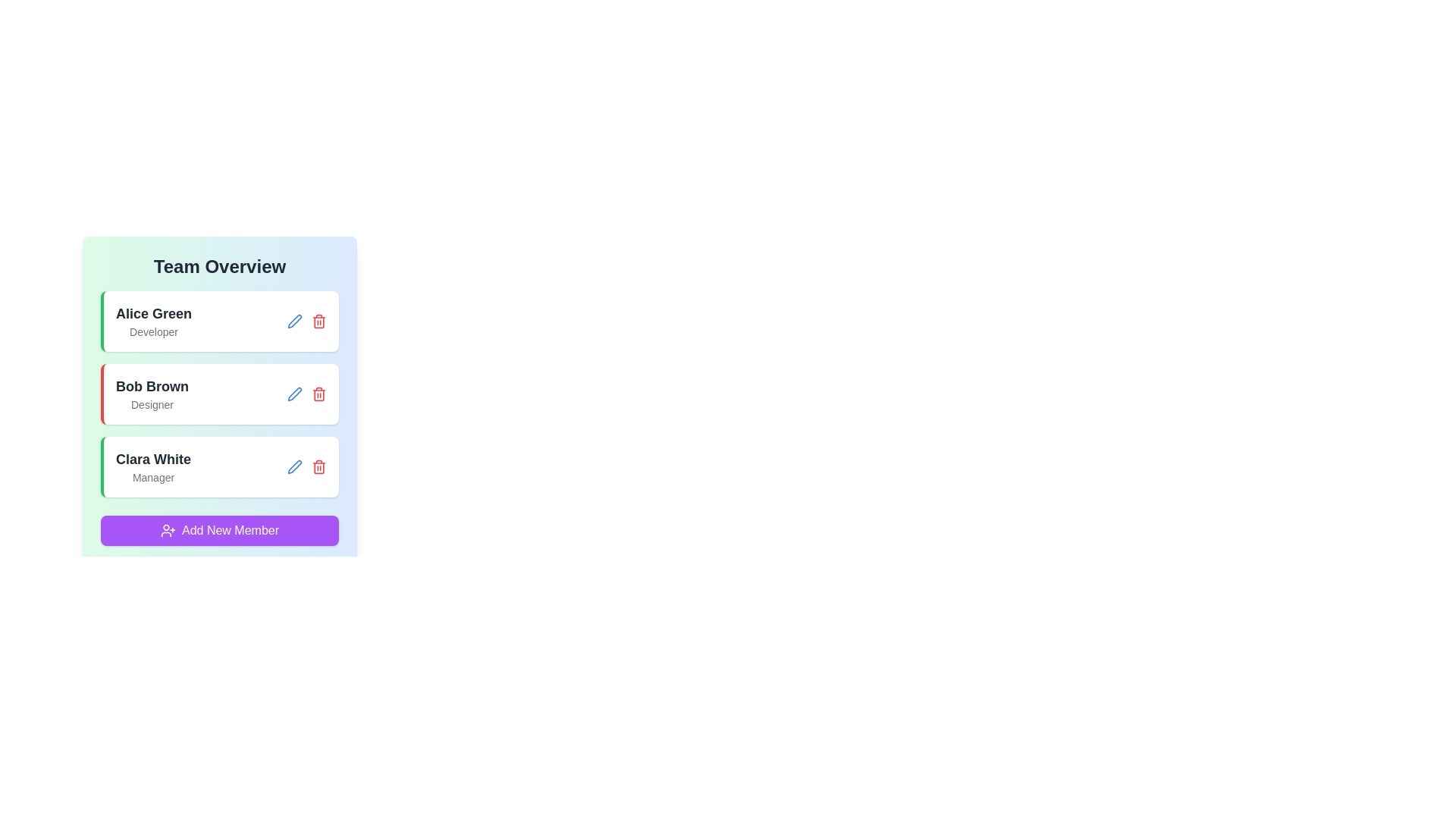 The width and height of the screenshot is (1456, 819). Describe the element at coordinates (294, 394) in the screenshot. I see `edit button for Bob Brown to view their details` at that location.